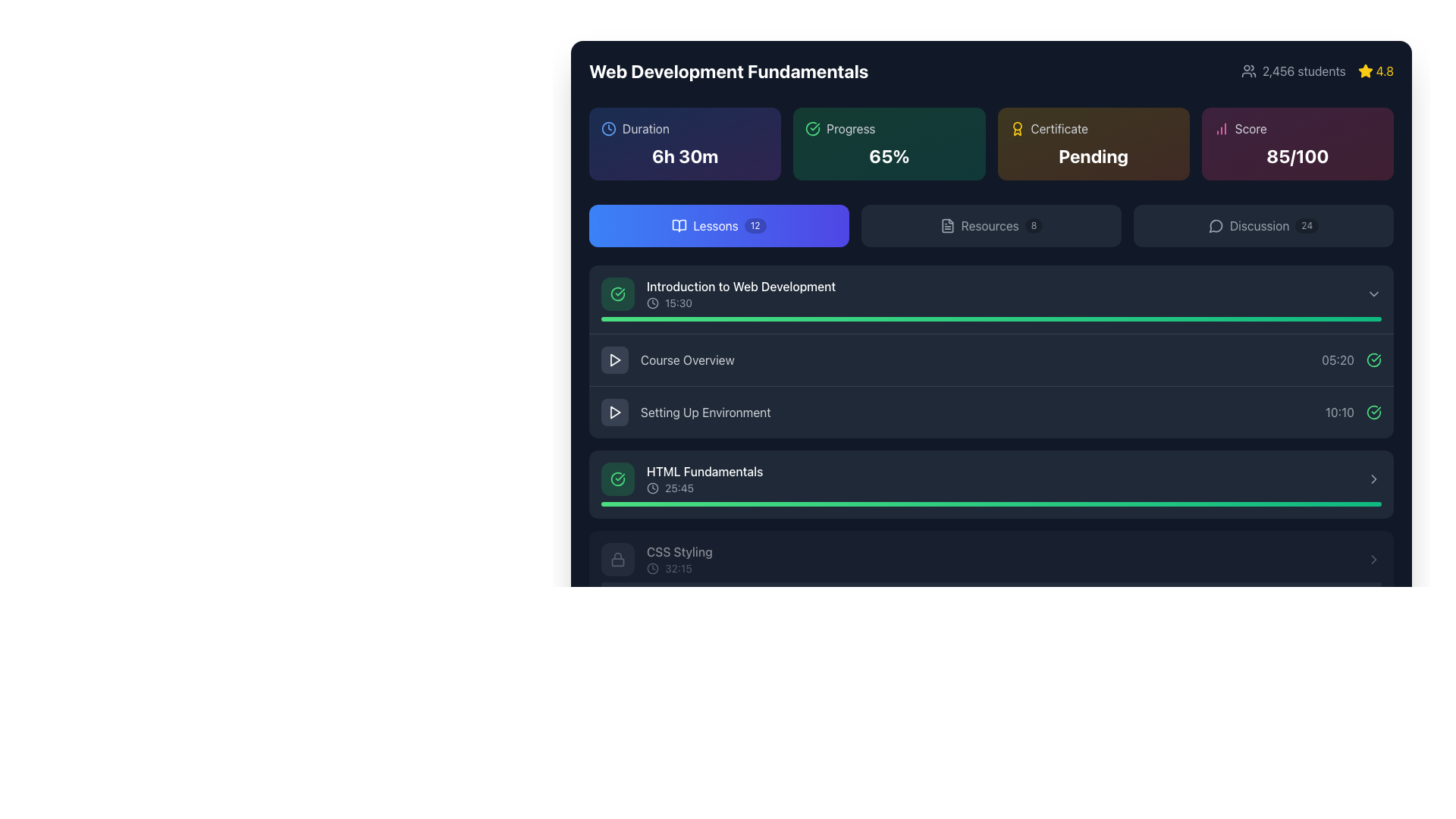 The image size is (1456, 819). Describe the element at coordinates (652, 303) in the screenshot. I see `the circular outline of the clock face within the SVG clock icon, which is located near the title 'Introduction to Web Development' and the duration '15:30'` at that location.